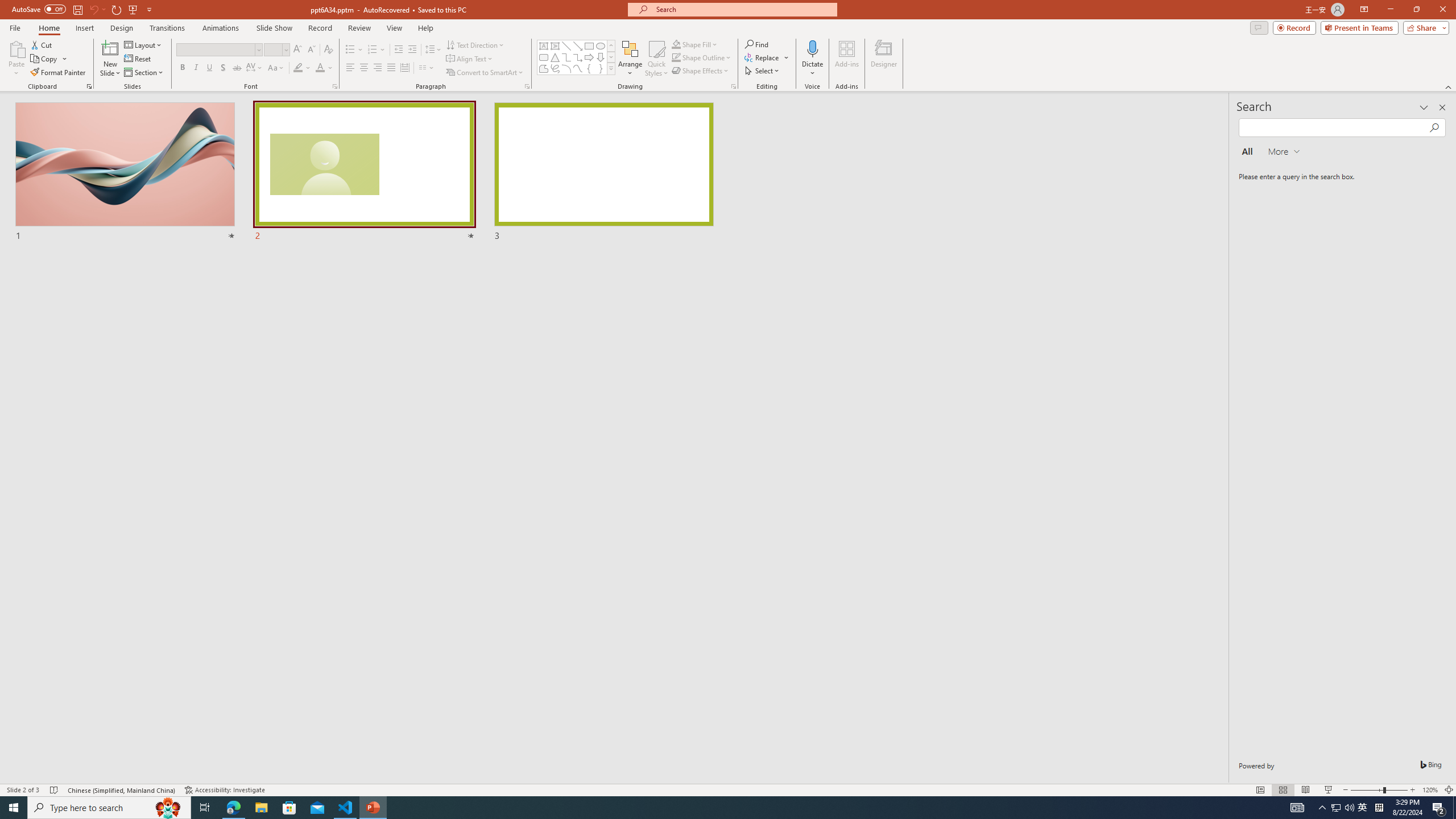  What do you see at coordinates (700, 69) in the screenshot?
I see `'Shape Effects'` at bounding box center [700, 69].